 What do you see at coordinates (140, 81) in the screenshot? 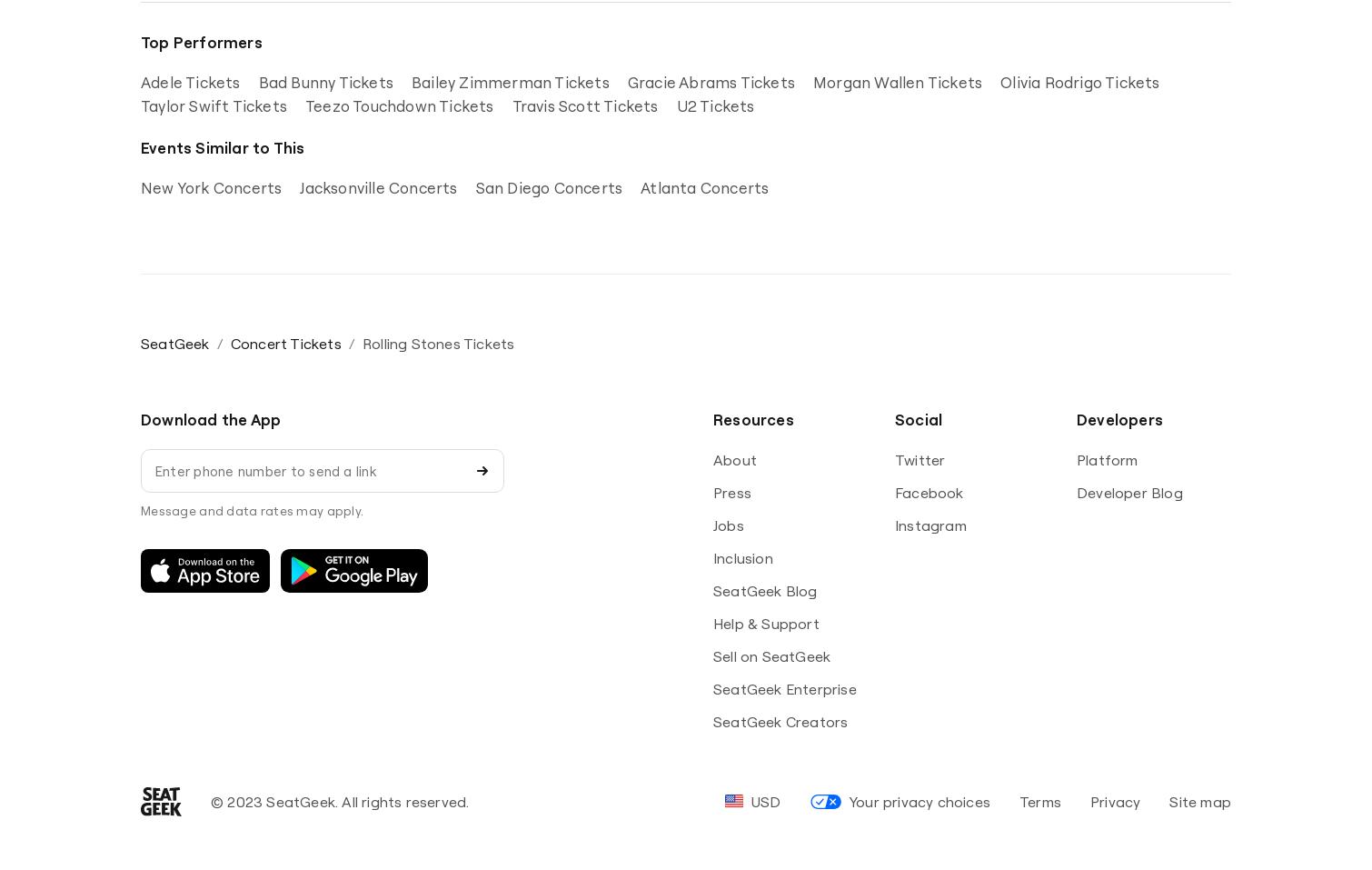
I see `'Adele Tickets'` at bounding box center [140, 81].